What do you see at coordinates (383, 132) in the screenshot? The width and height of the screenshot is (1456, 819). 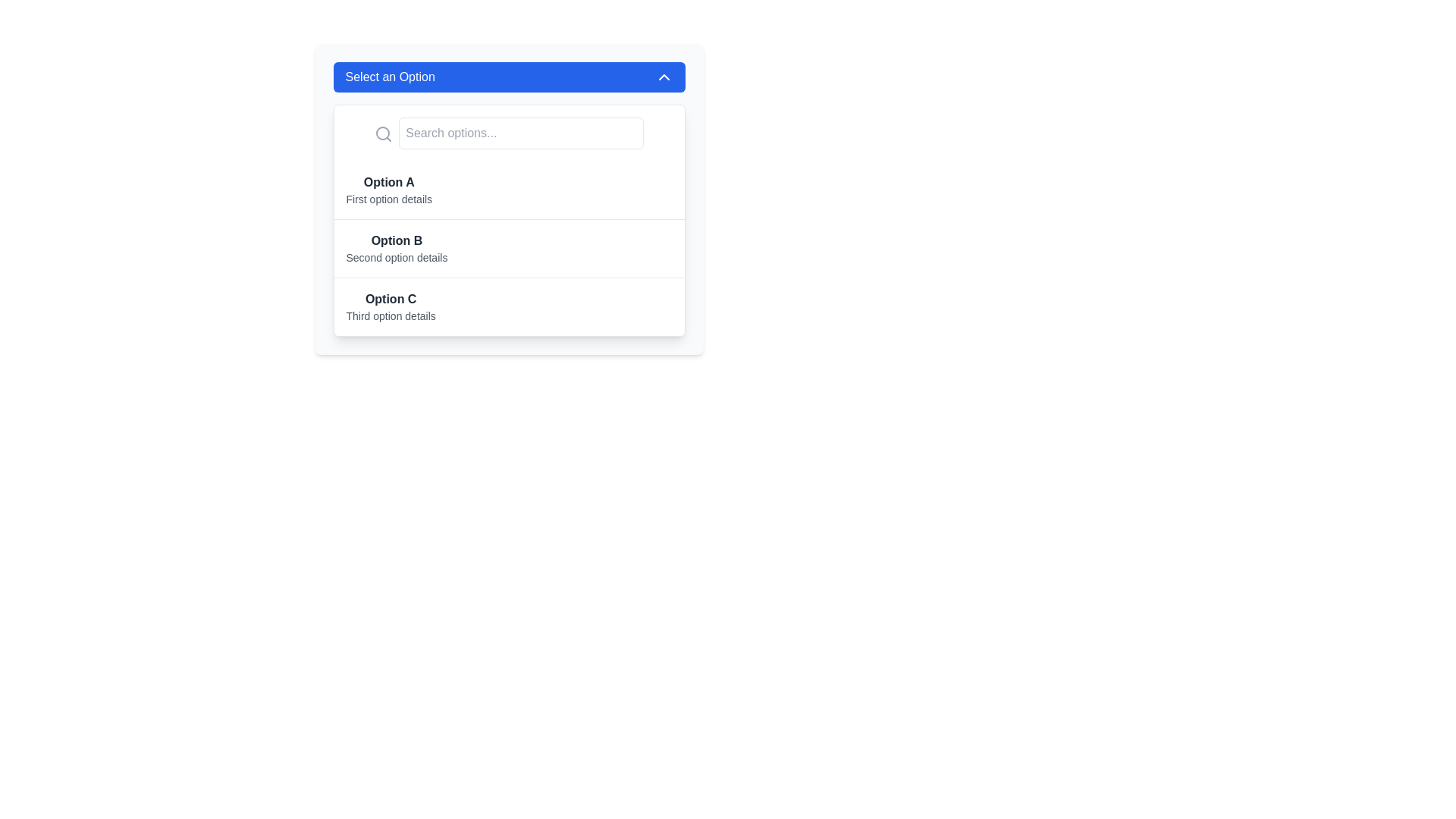 I see `the central filled circle within the magnifying glass icon located in the search bar` at bounding box center [383, 132].